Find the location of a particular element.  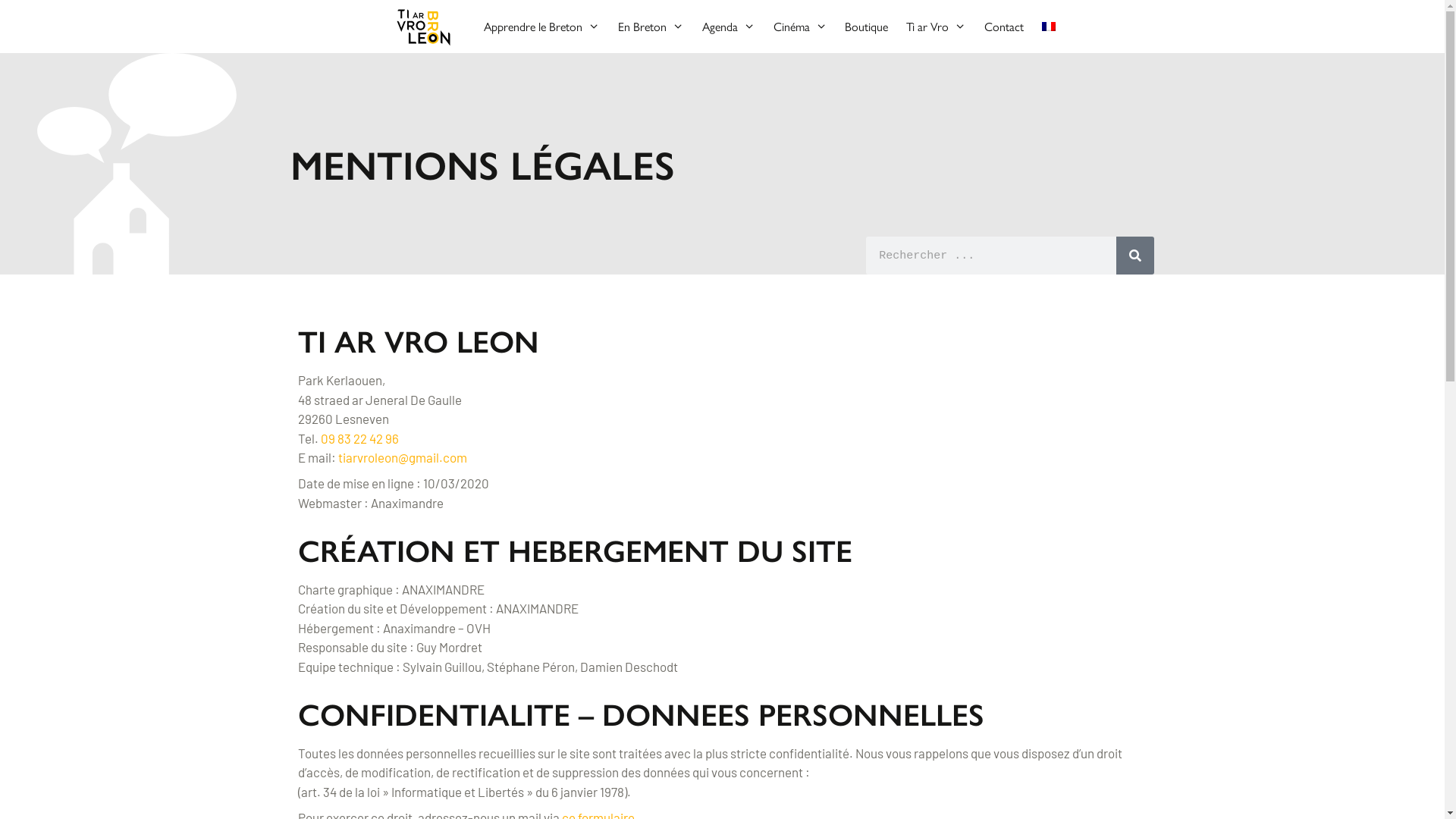

'Contact' is located at coordinates (975, 26).